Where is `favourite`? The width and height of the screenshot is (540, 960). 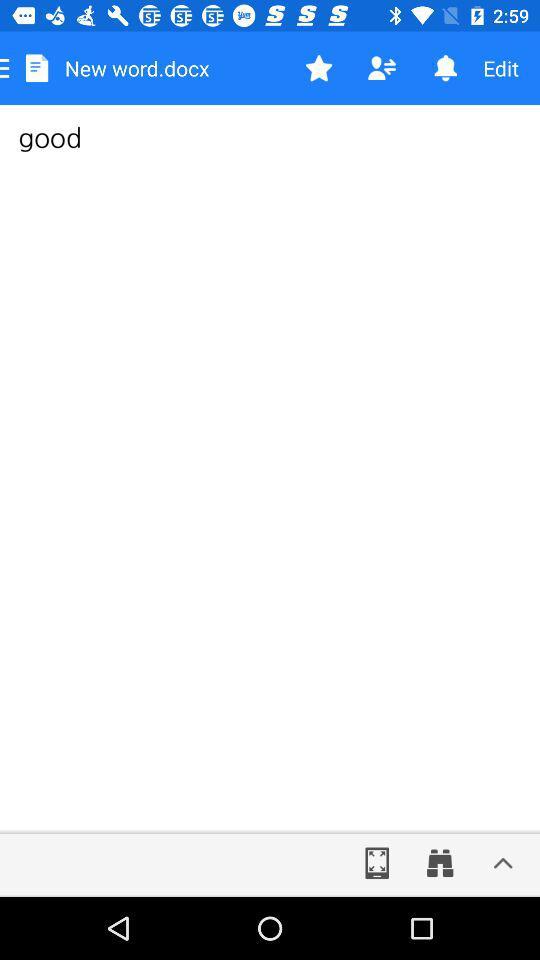 favourite is located at coordinates (319, 68).